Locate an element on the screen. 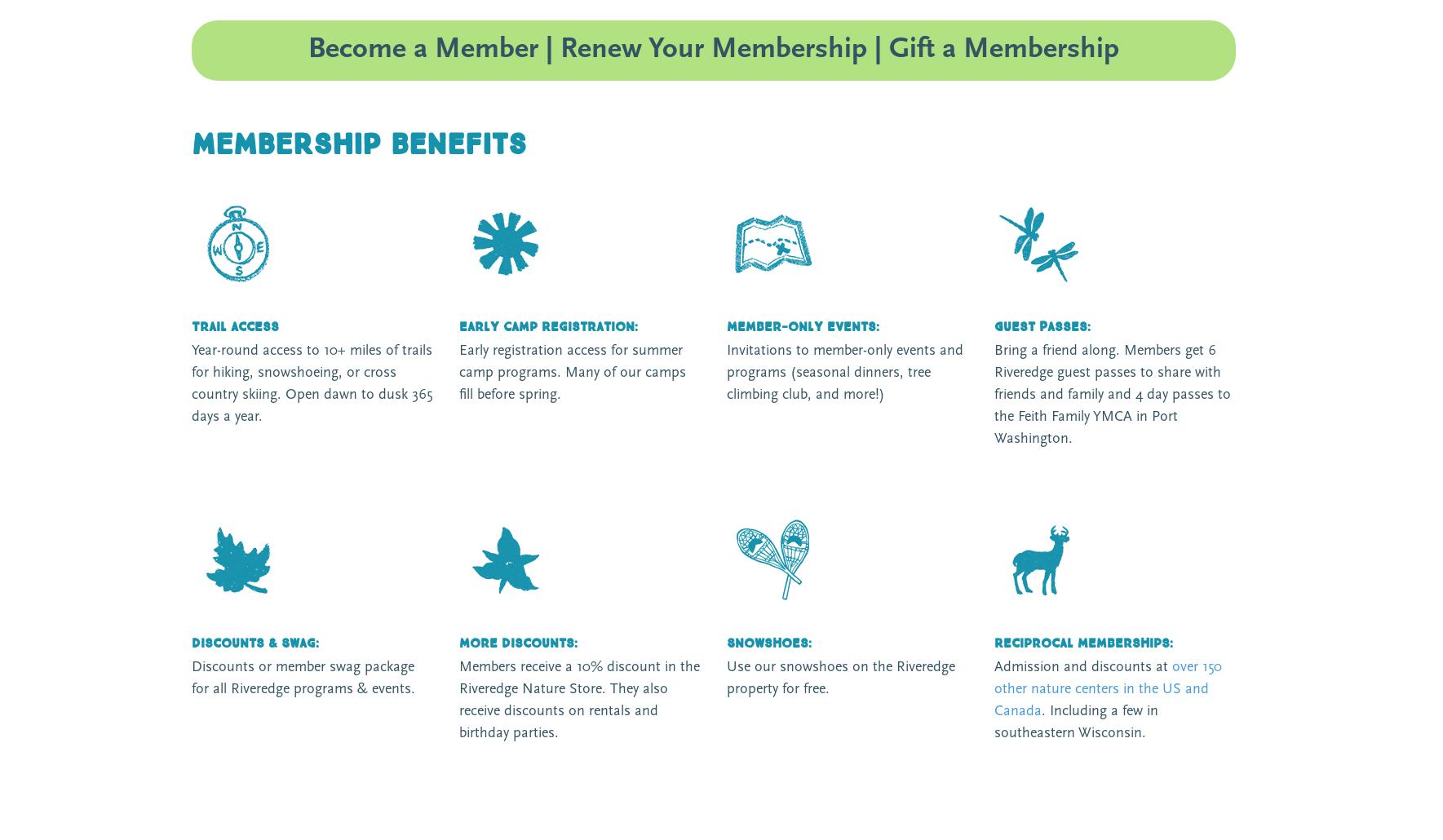  'MEMBERSHIP benefits' is located at coordinates (191, 144).